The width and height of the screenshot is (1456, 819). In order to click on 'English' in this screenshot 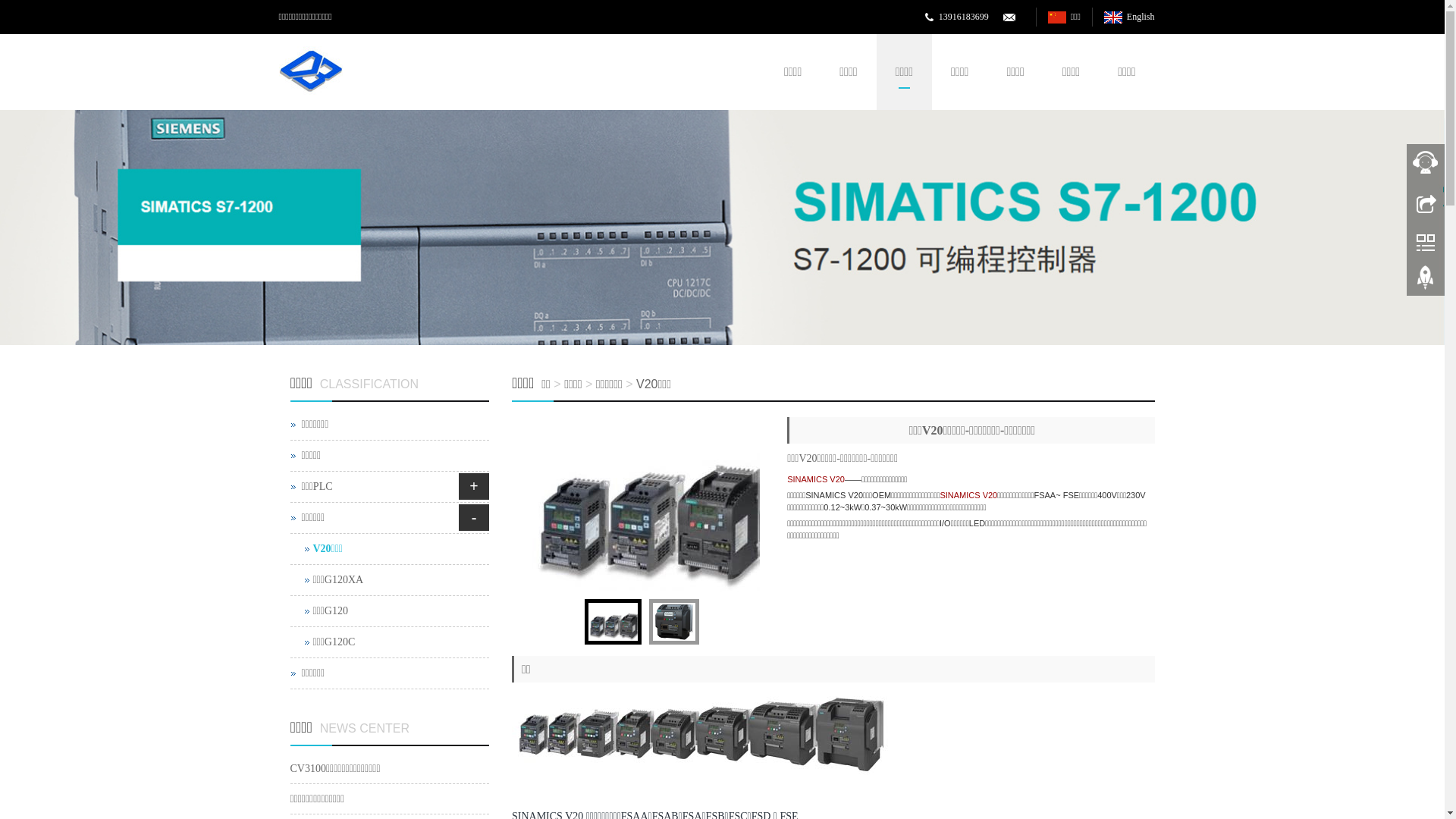, I will do `click(1092, 17)`.